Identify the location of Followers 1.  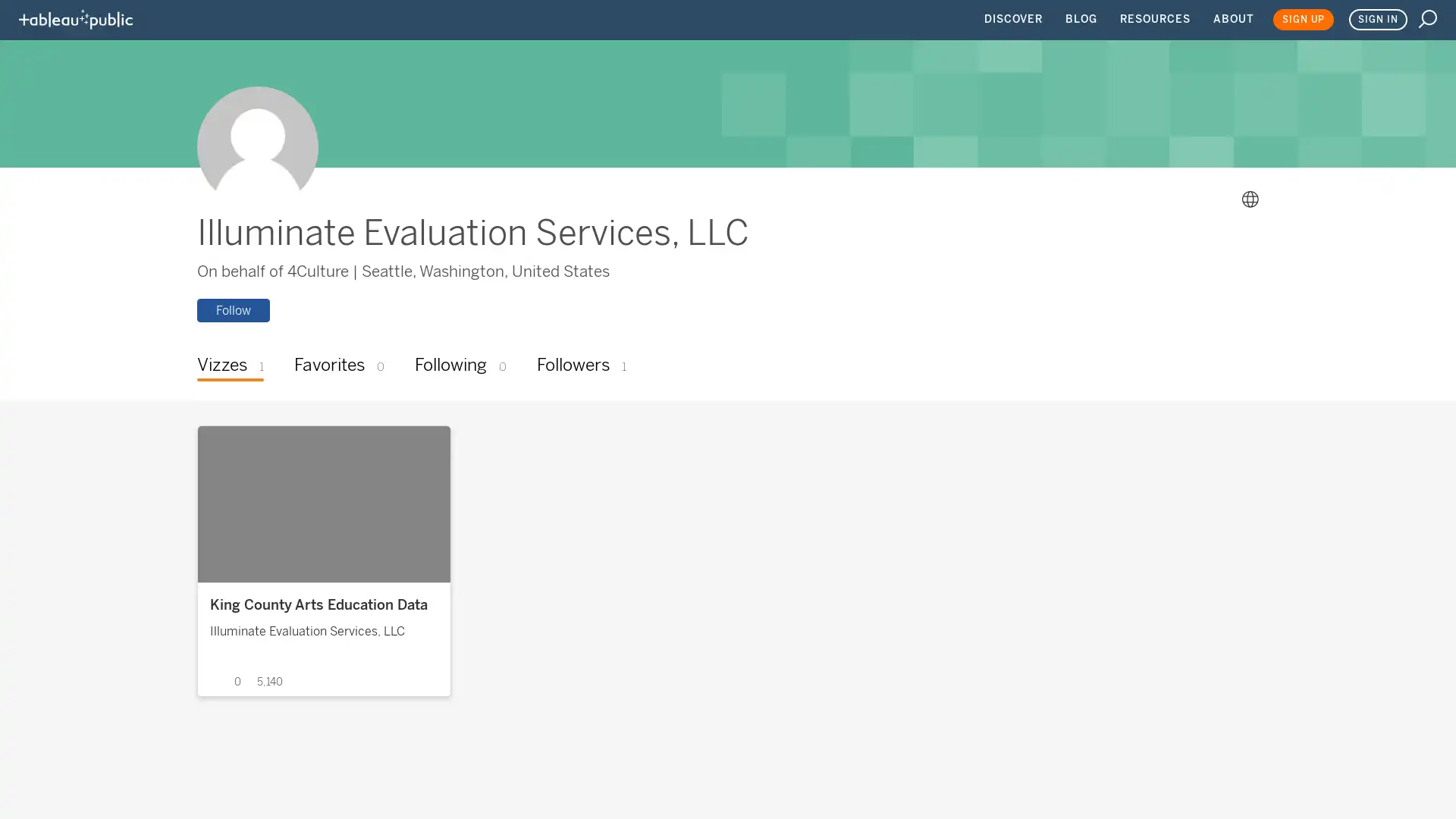
(580, 366).